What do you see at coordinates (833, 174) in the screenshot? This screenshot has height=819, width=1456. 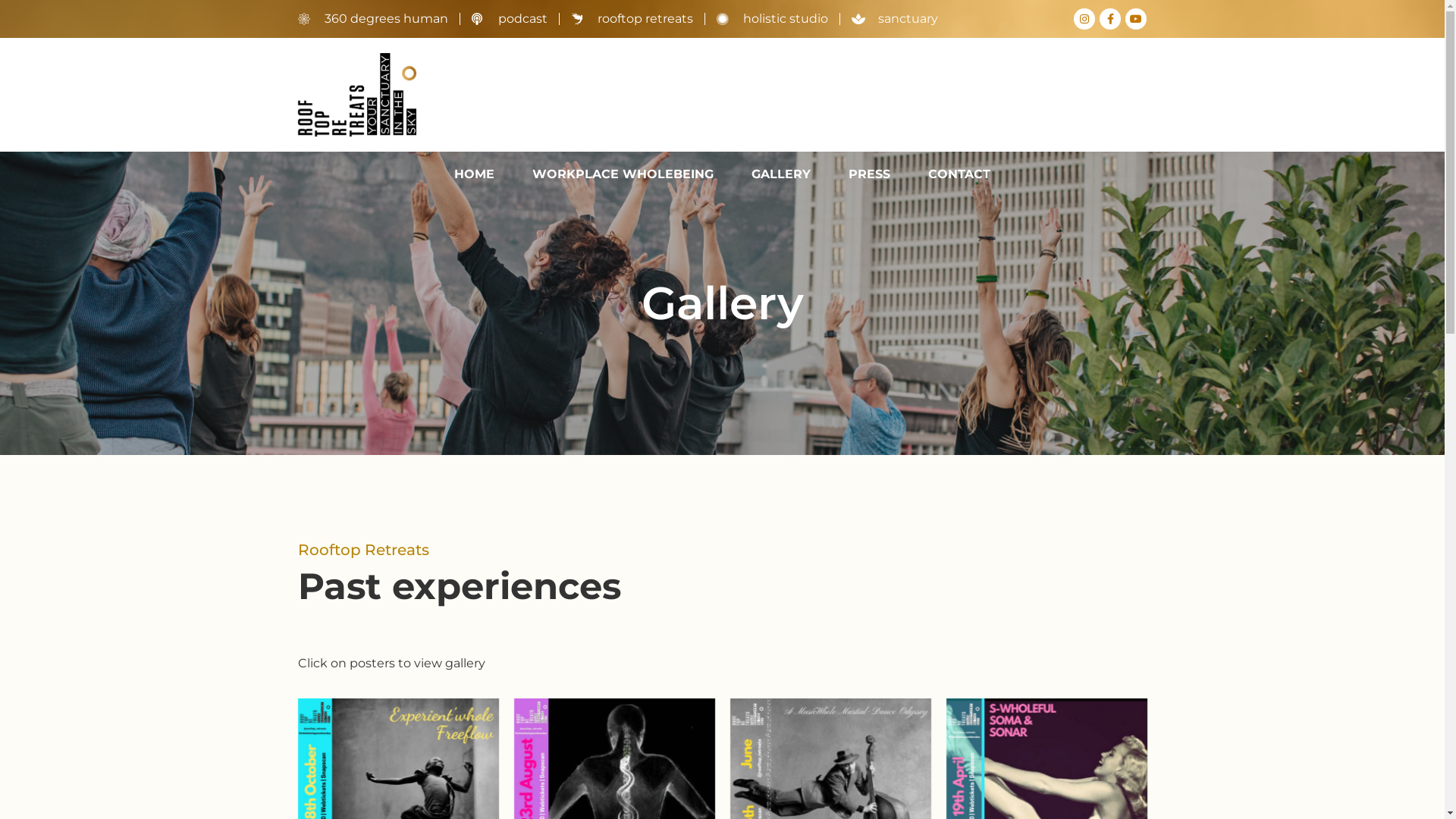 I see `'PRESS'` at bounding box center [833, 174].